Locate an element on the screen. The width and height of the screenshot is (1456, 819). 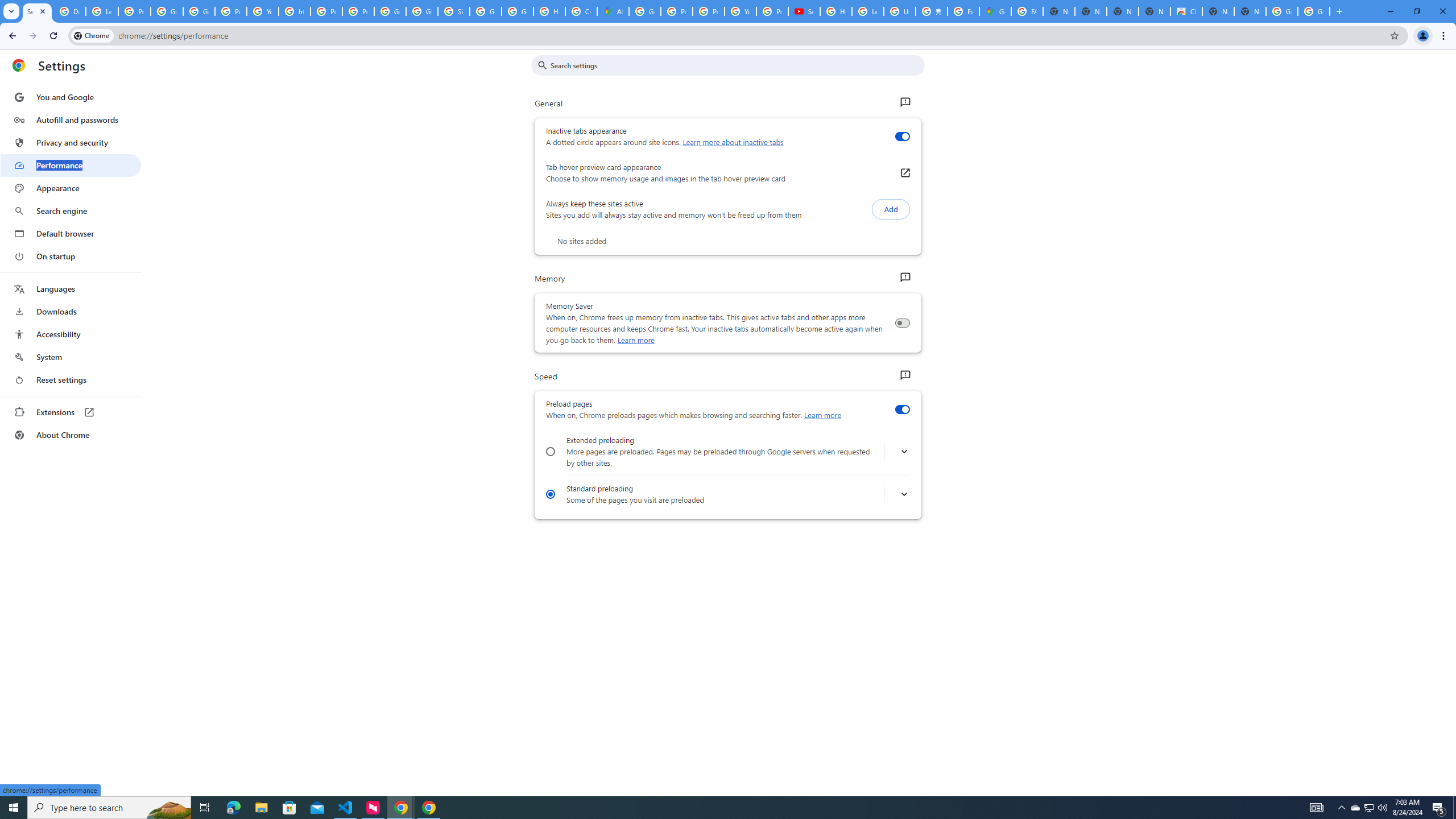
'Search settings' is located at coordinates (735, 65).